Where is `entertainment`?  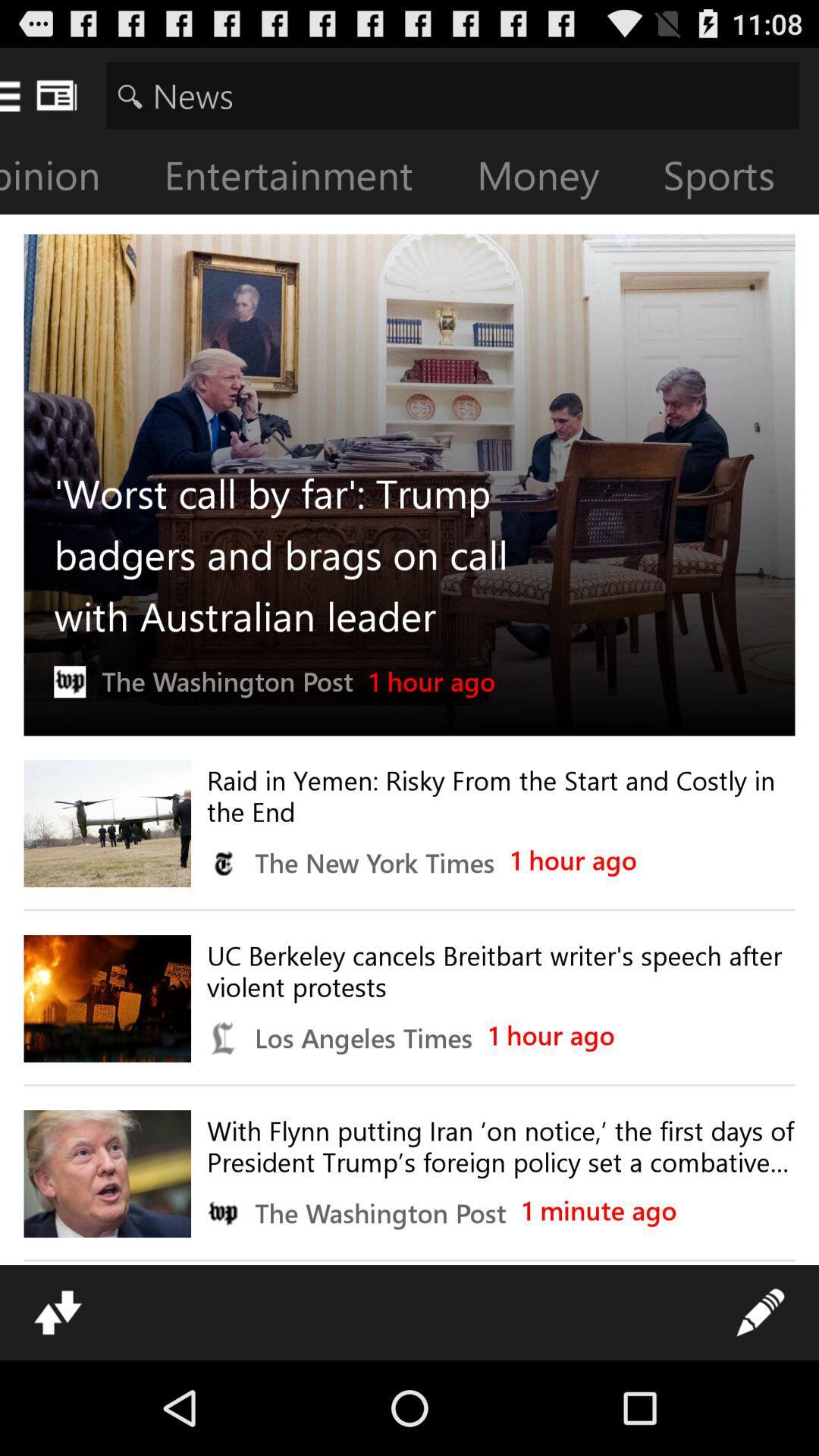 entertainment is located at coordinates (300, 178).